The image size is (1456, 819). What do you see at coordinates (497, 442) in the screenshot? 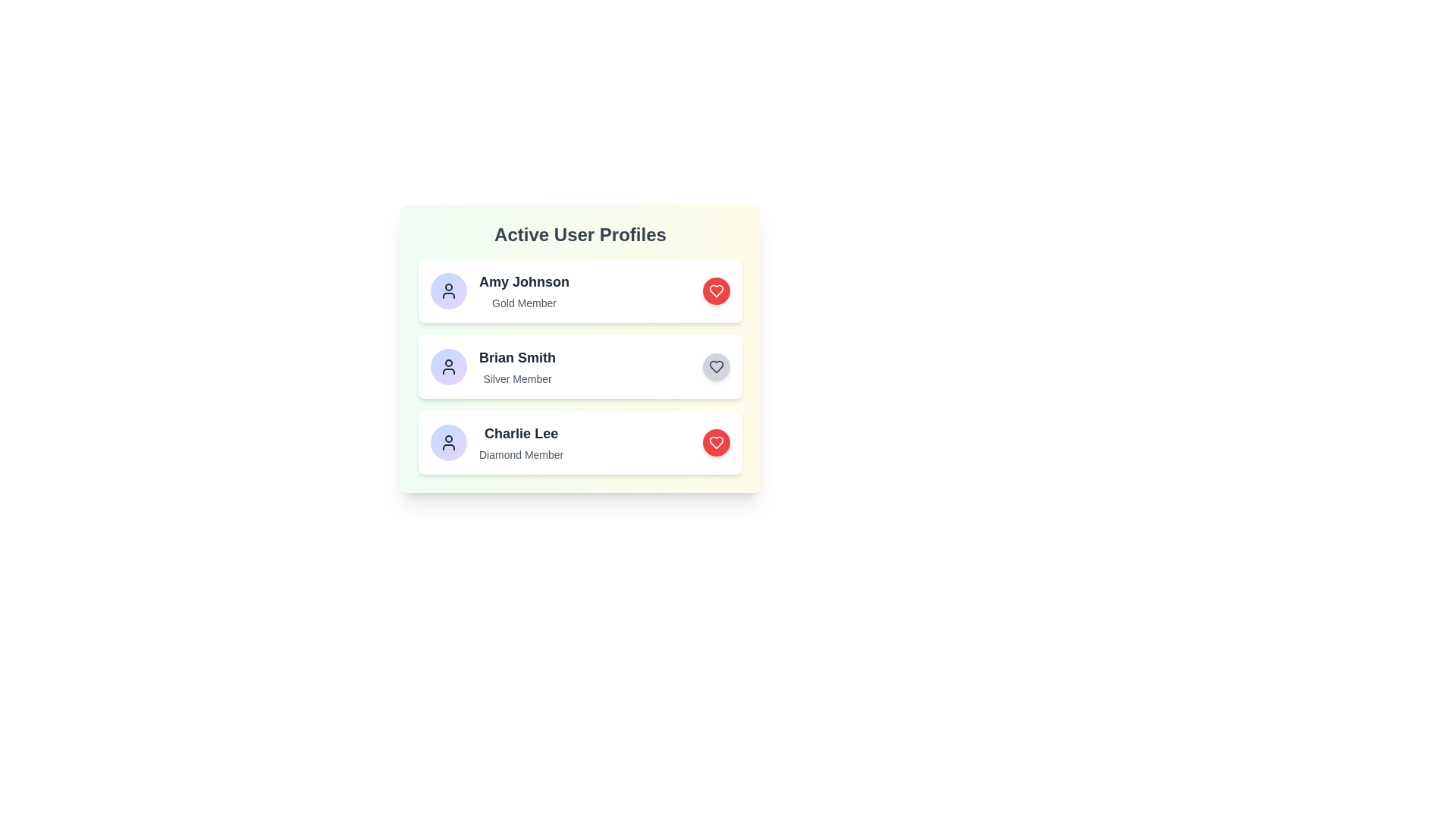
I see `the third user profile card in the vertically stacked list` at bounding box center [497, 442].